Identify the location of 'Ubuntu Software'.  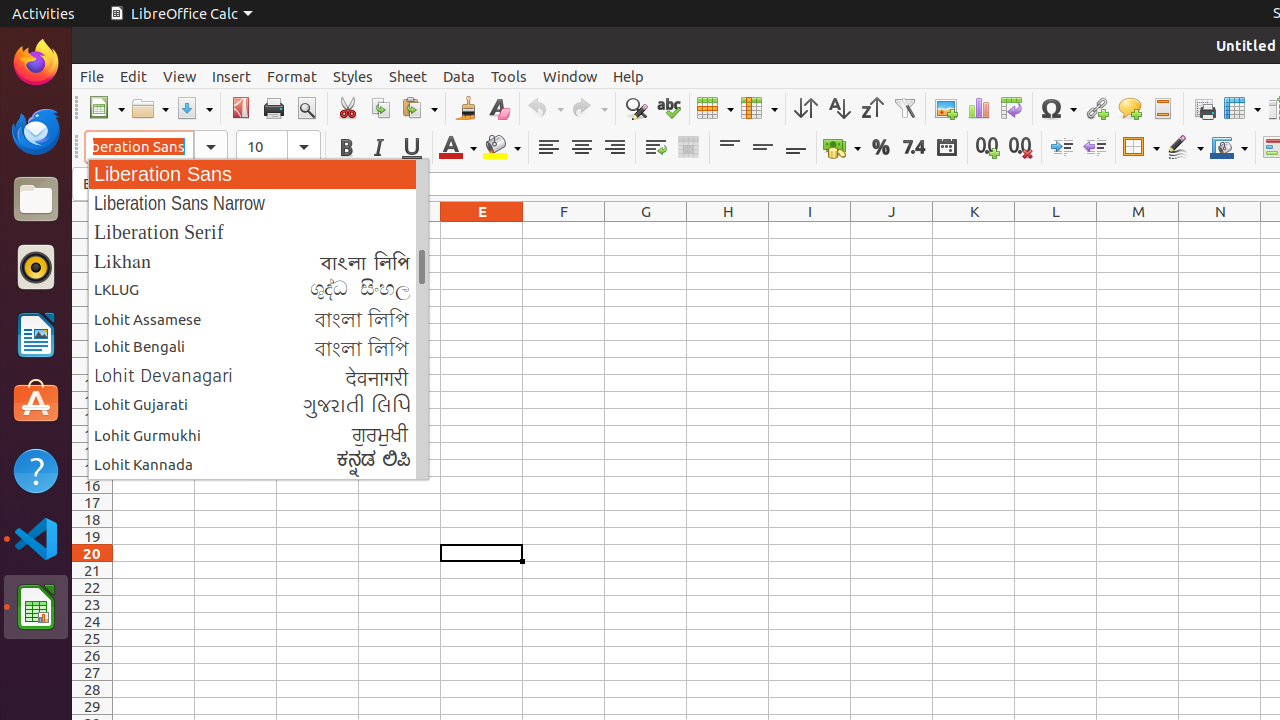
(35, 403).